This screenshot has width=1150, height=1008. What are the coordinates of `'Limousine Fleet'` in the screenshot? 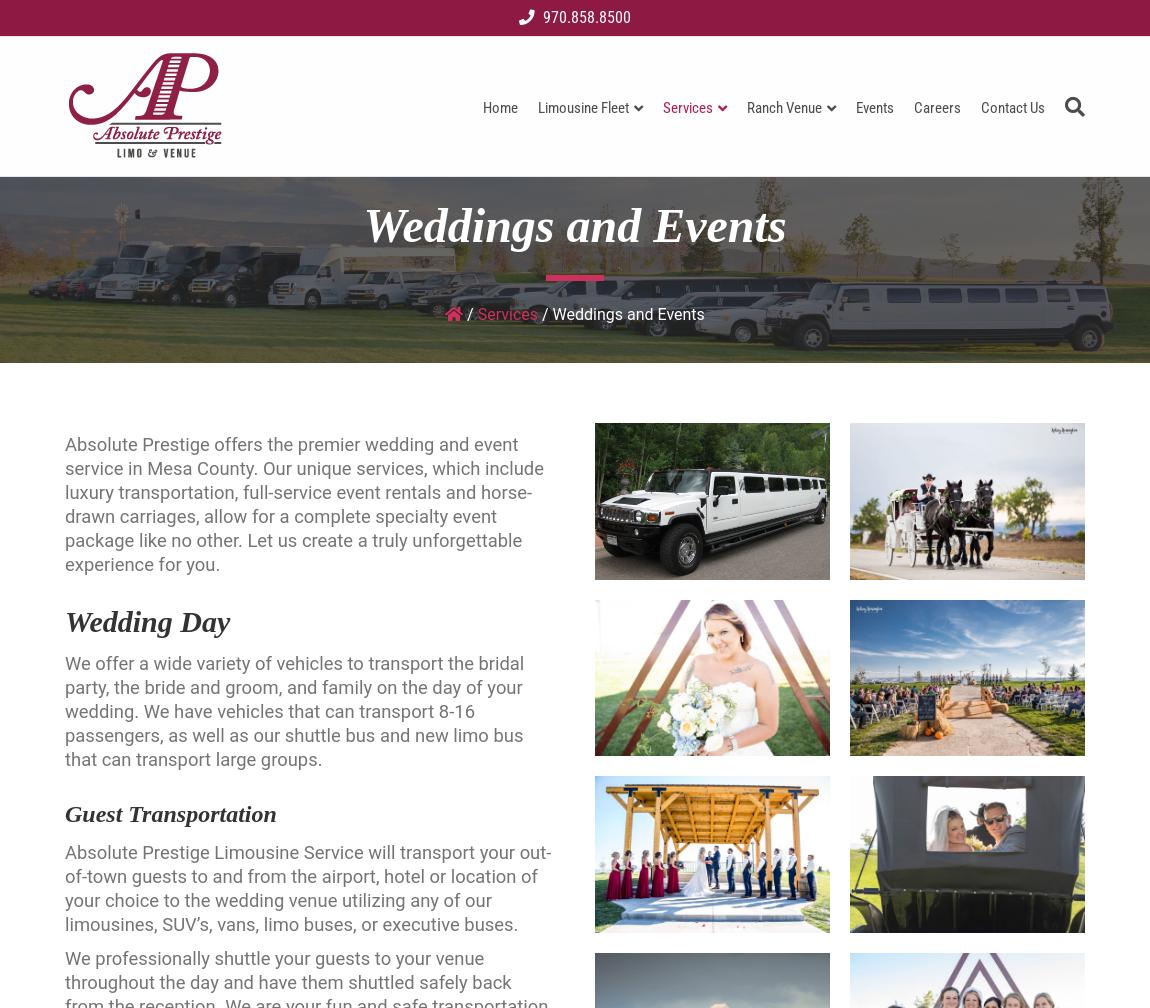 It's located at (537, 107).